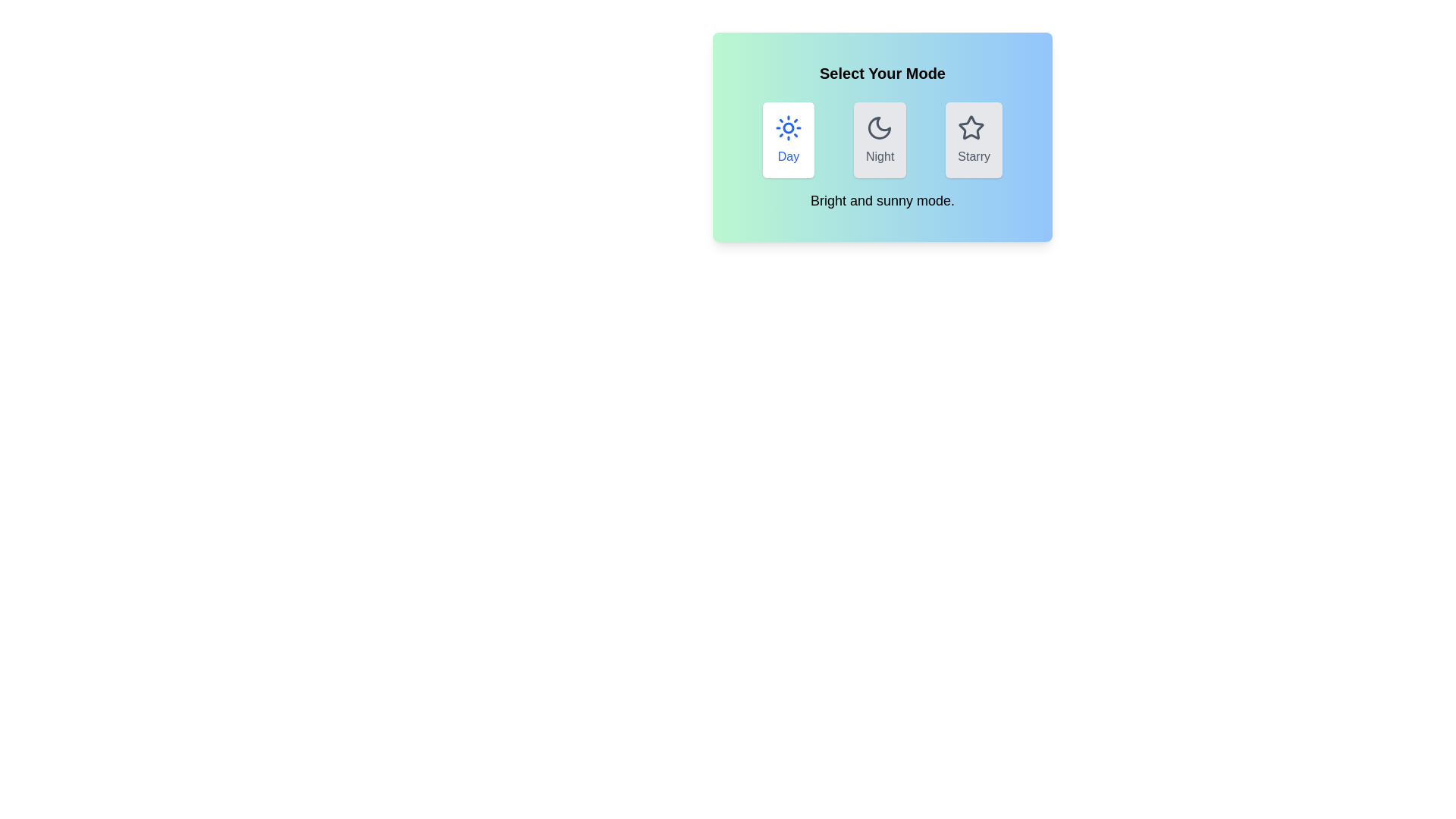 The height and width of the screenshot is (819, 1456). Describe the element at coordinates (880, 140) in the screenshot. I see `the mode by clicking on the button labeled Night` at that location.